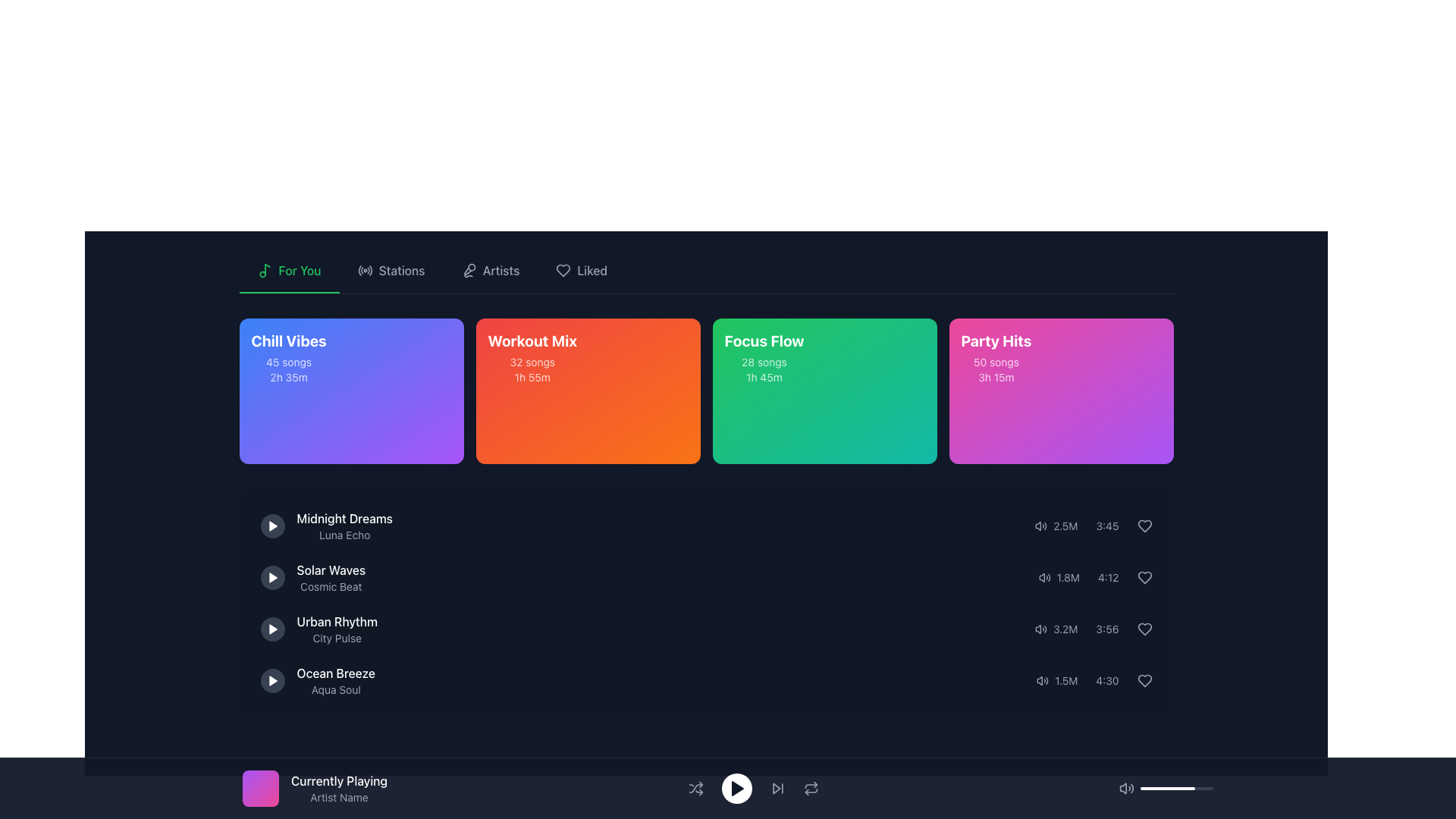  I want to click on the text 'Solar Waves' for copying, which is displayed in white font on a dark background, positioned between 'Midnight Dreams' and 'Urban Rhythm' in the playlist, so click(330, 570).